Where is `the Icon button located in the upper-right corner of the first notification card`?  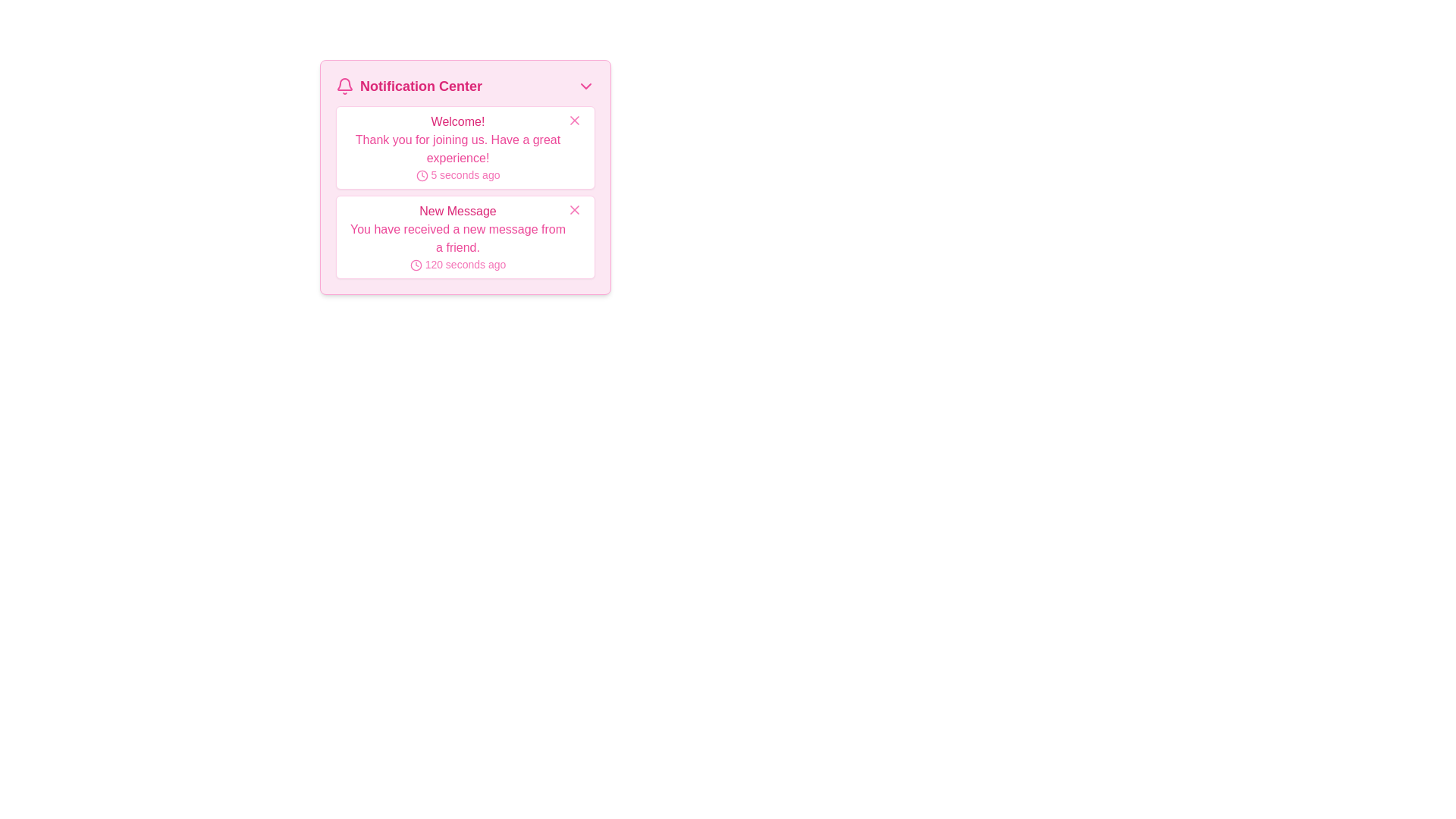
the Icon button located in the upper-right corner of the first notification card is located at coordinates (574, 119).